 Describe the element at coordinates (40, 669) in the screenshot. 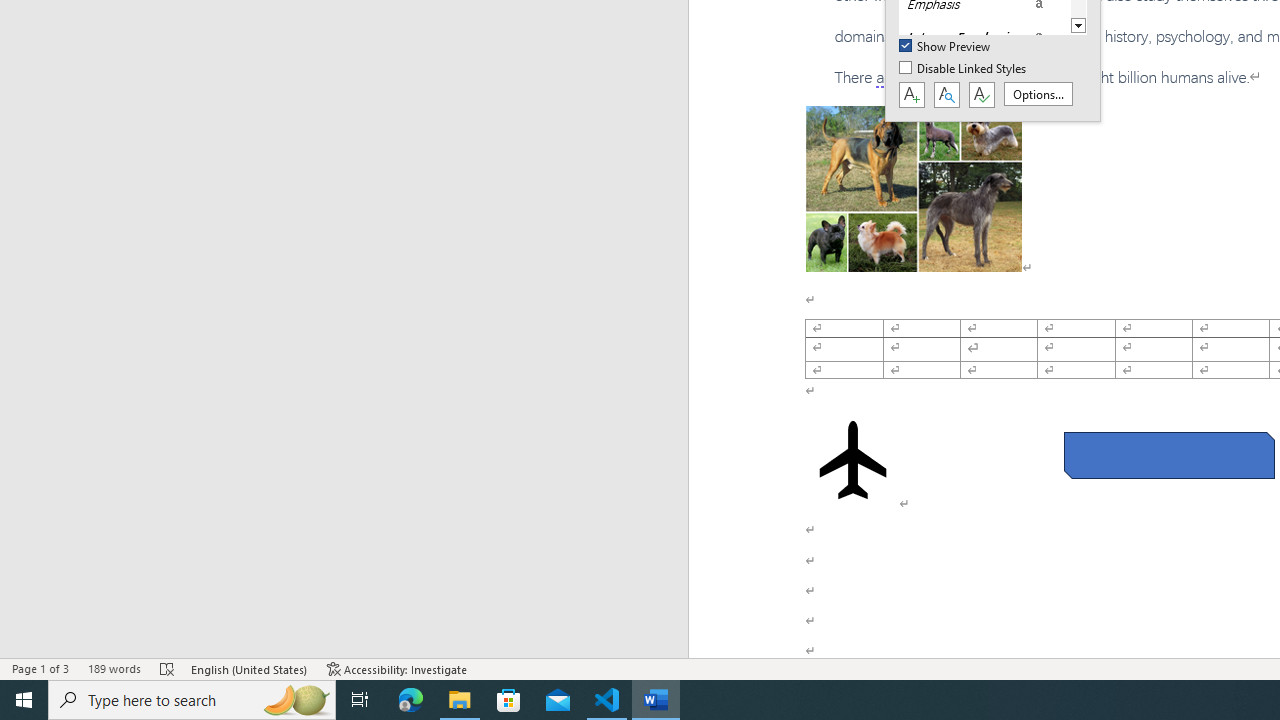

I see `'Page Number Page 1 of 3'` at that location.